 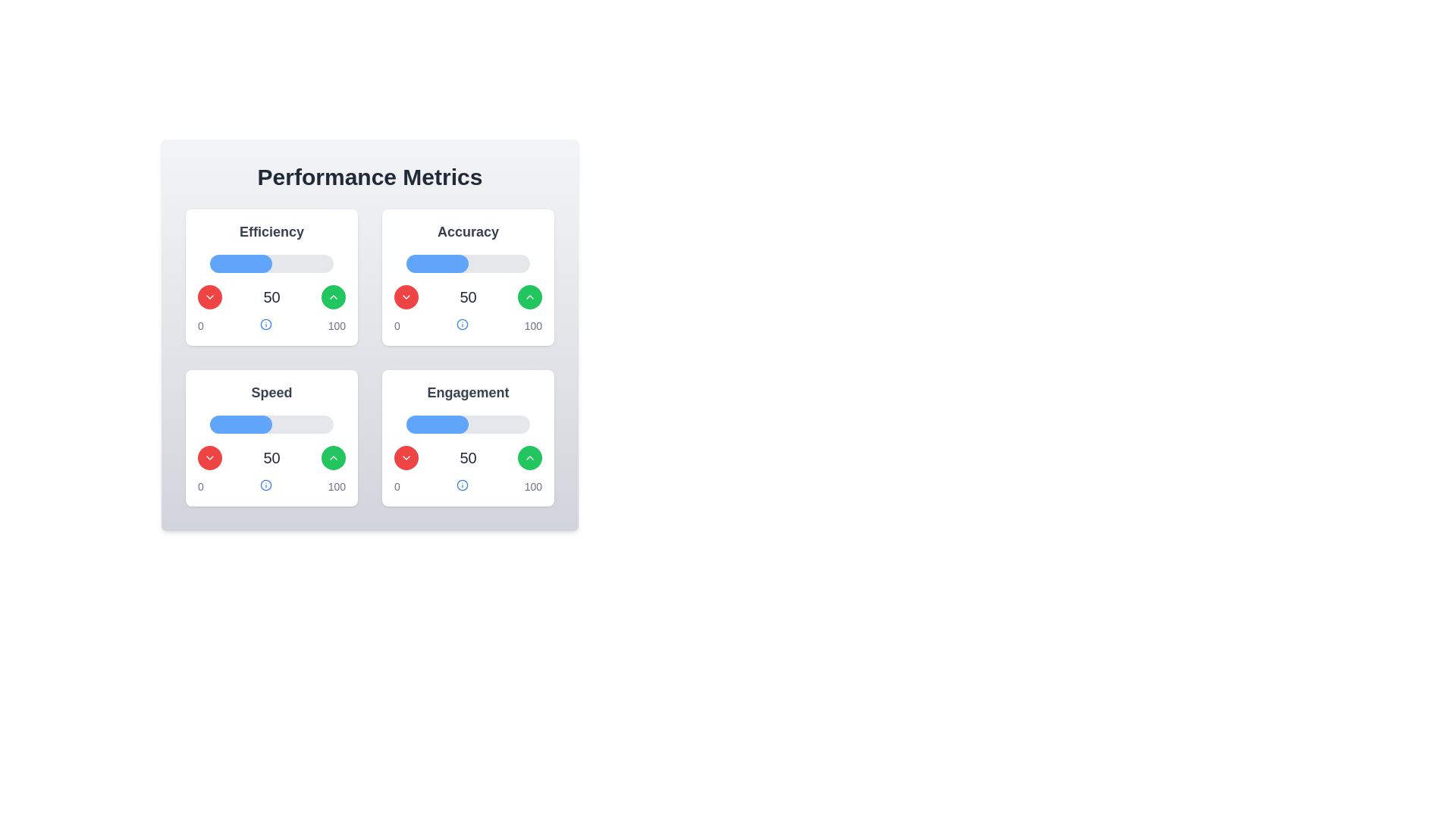 What do you see at coordinates (467, 231) in the screenshot?
I see `the 'Accuracy' label which is displayed in bold, dark-gray text at the top center of the 'Accuracy' metric card` at bounding box center [467, 231].